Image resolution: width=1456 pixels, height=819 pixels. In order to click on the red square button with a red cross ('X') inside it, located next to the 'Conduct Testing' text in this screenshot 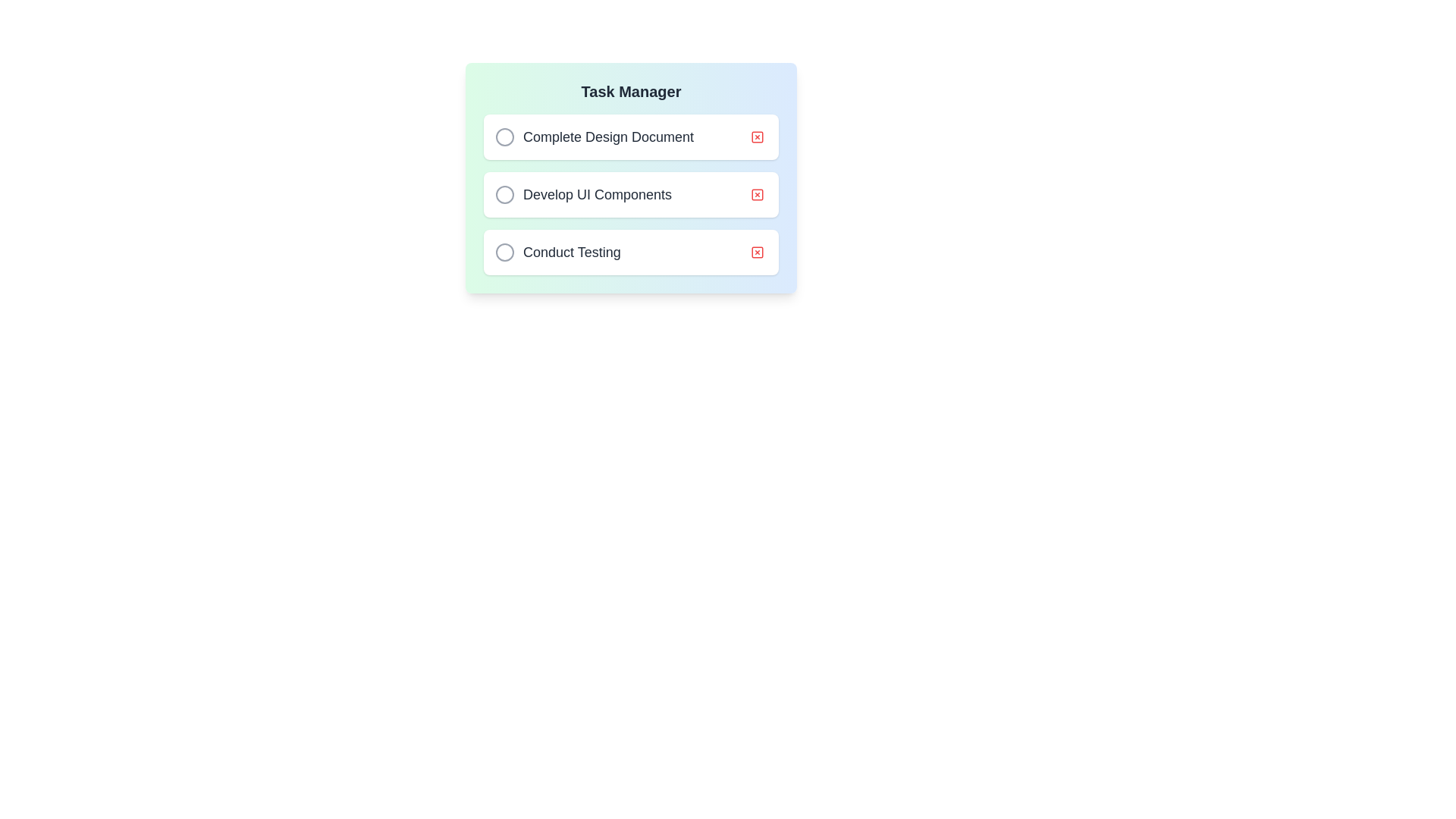, I will do `click(757, 251)`.